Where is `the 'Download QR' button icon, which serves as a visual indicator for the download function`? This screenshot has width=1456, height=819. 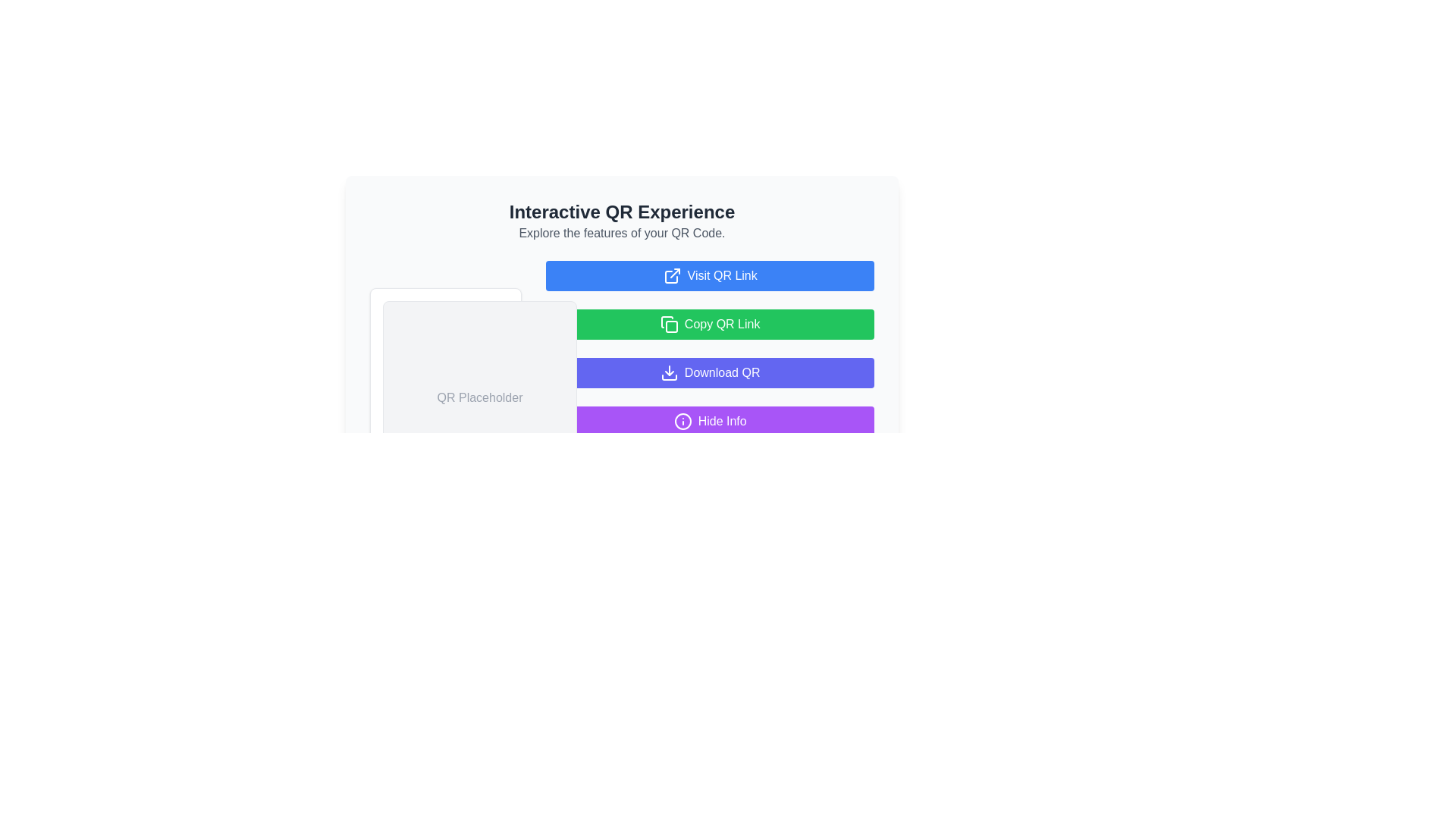 the 'Download QR' button icon, which serves as a visual indicator for the download function is located at coordinates (668, 373).